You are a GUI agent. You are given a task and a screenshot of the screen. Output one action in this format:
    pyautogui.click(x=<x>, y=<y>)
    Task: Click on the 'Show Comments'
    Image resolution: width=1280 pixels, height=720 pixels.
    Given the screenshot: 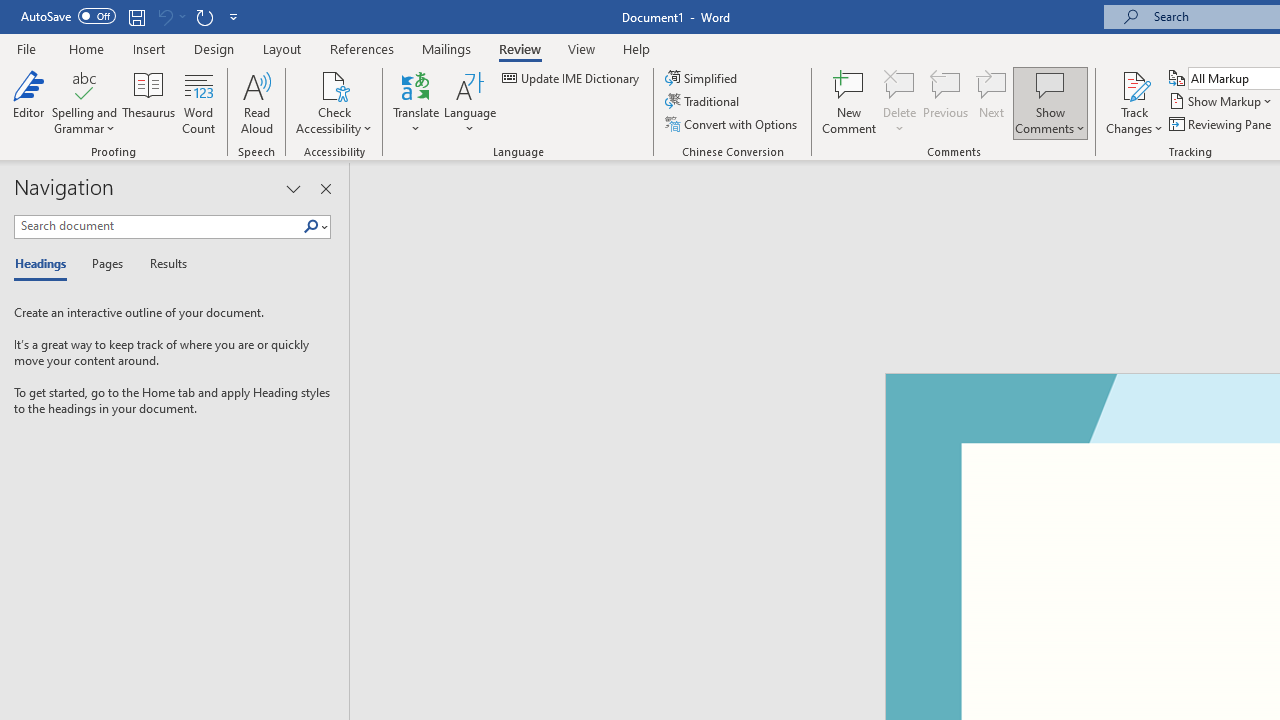 What is the action you would take?
    pyautogui.click(x=1049, y=103)
    